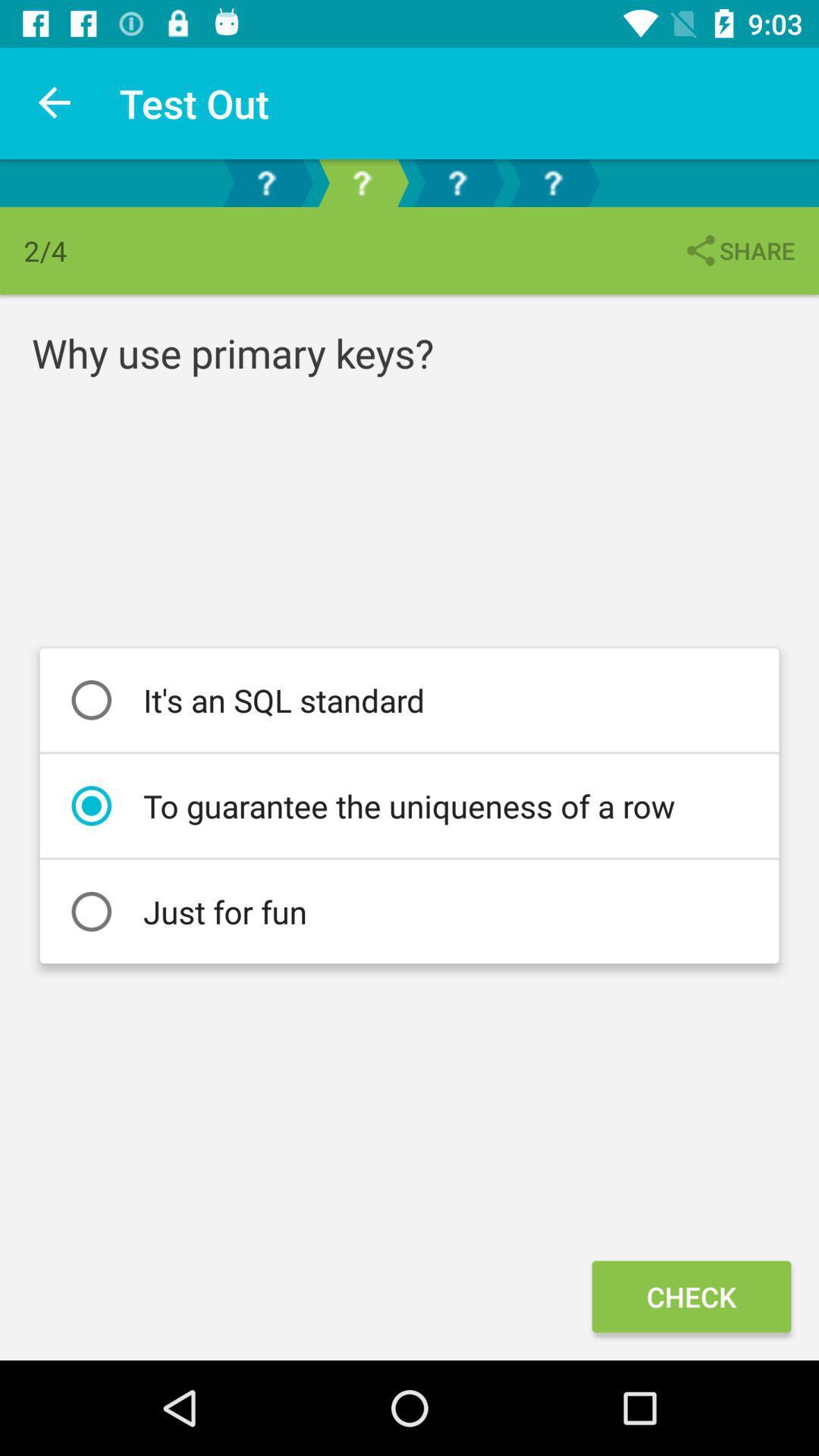  I want to click on the help icon, so click(265, 182).